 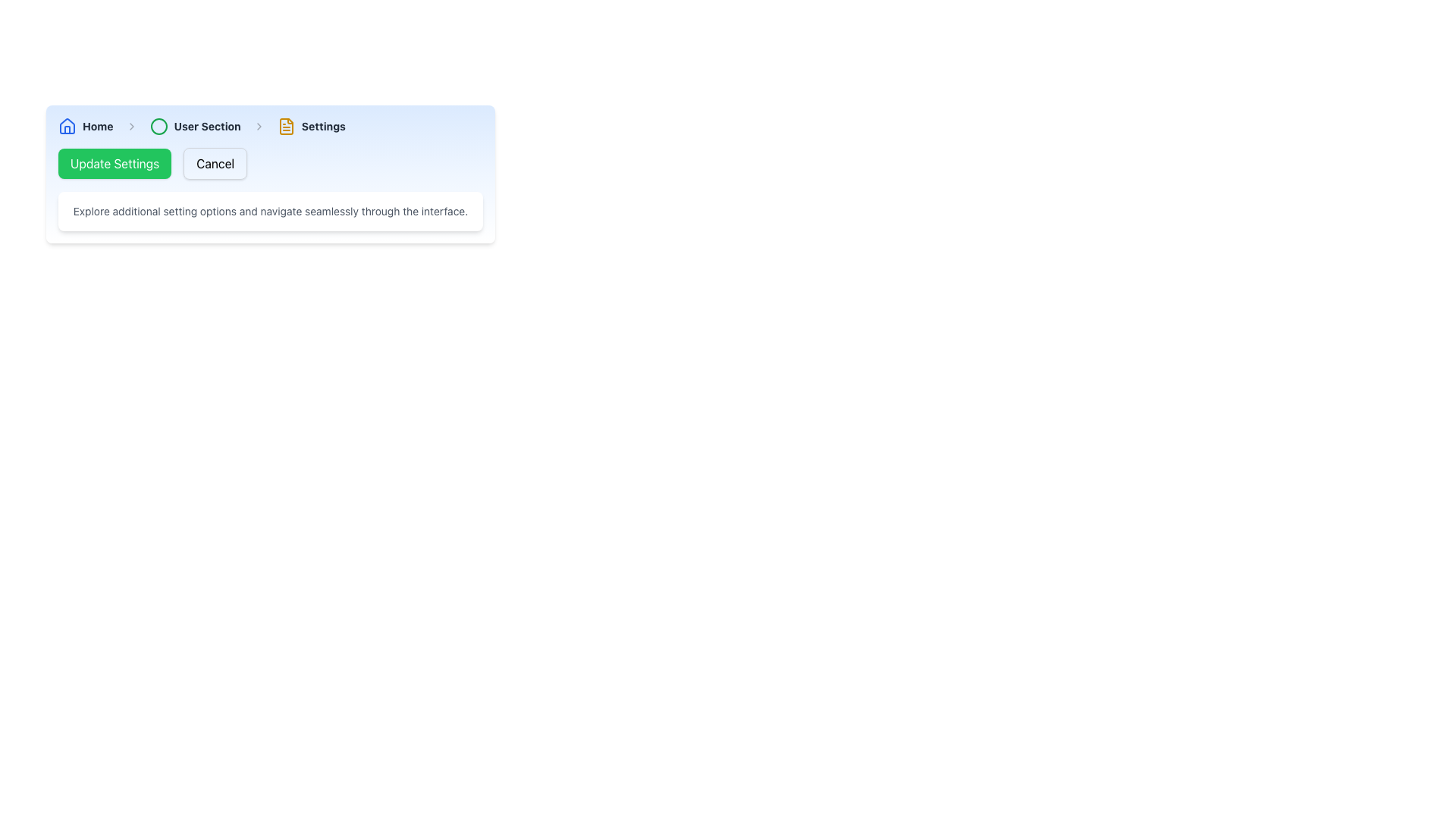 What do you see at coordinates (322, 125) in the screenshot?
I see `the 'Settings' text label, which is a bold-styled text in small, gray font located at the end of a breadcrumb navigation bar` at bounding box center [322, 125].